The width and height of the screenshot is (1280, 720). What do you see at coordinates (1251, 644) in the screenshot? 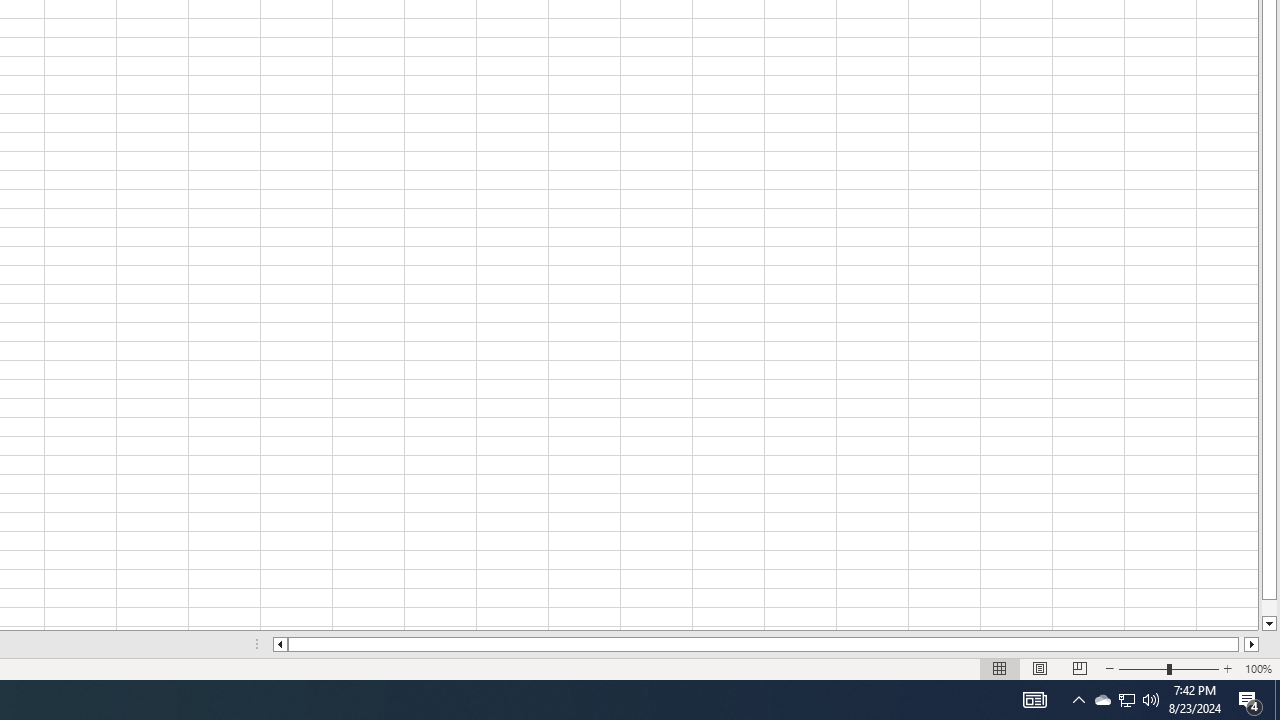
I see `'Column right'` at bounding box center [1251, 644].